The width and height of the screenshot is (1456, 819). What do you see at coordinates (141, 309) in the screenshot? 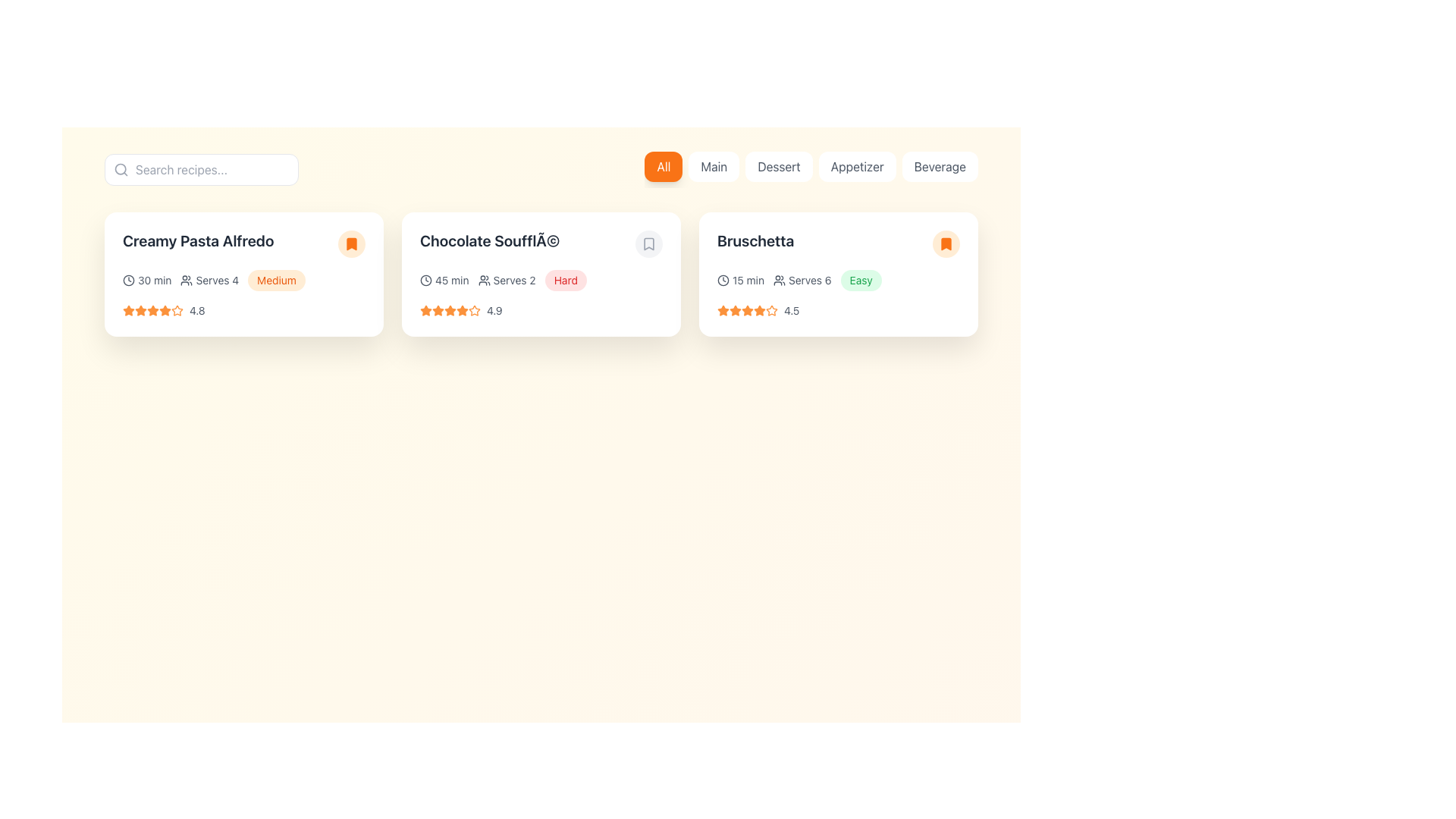
I see `the active orange star icon, which is the third star in the rating group beneath the 'Creamy Pasta Alfredo' card` at bounding box center [141, 309].